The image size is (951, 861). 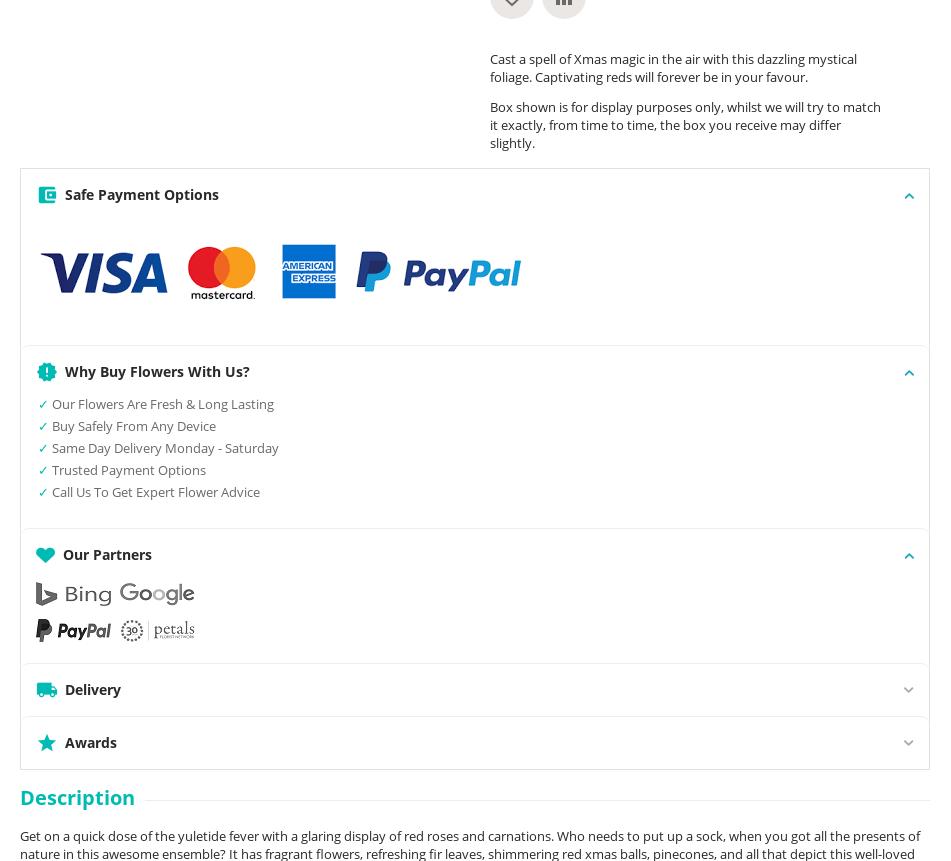 I want to click on 'Awards', so click(x=91, y=742).